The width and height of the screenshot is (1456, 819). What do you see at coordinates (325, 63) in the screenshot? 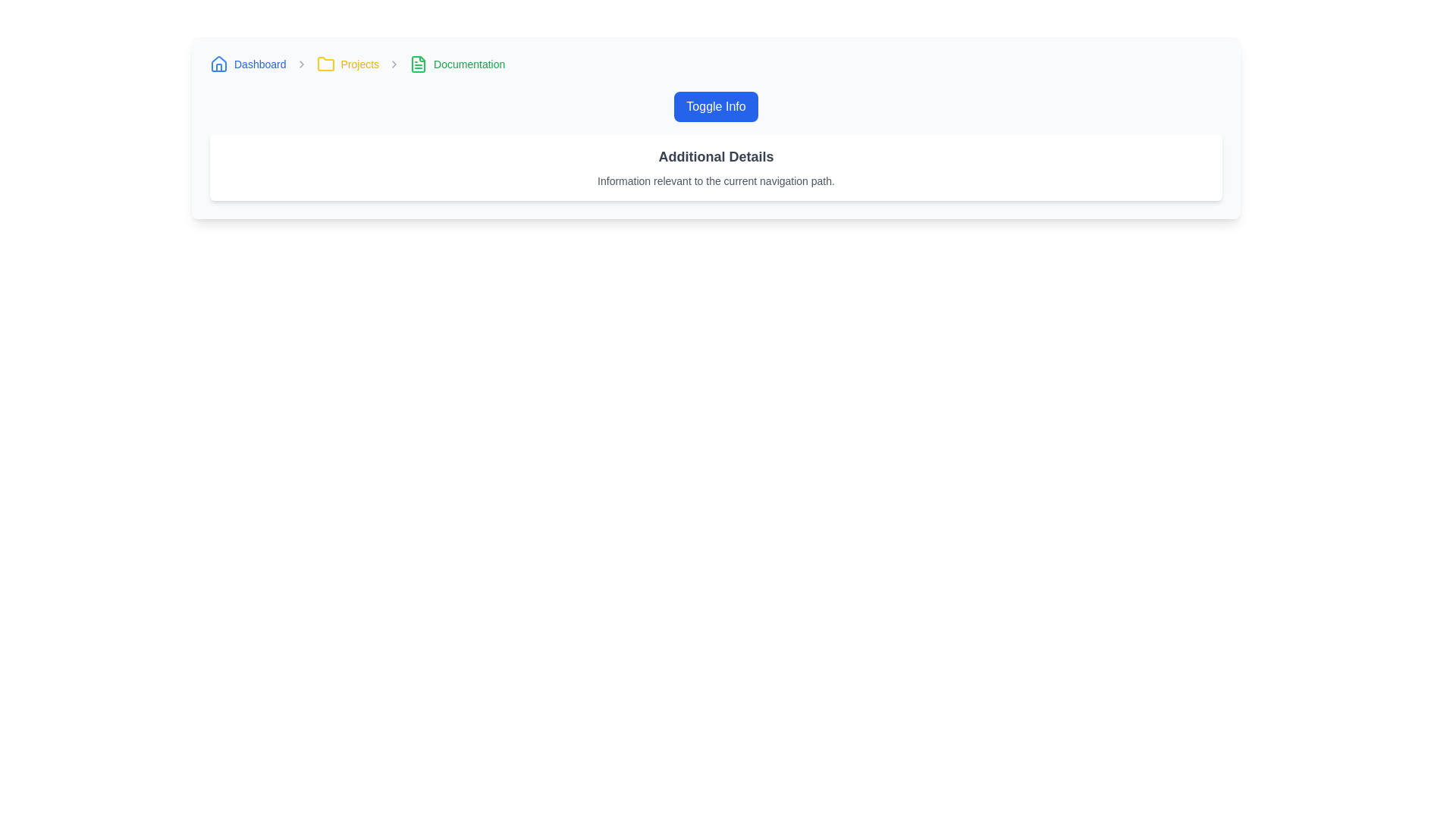
I see `the yellow folder icon in the breadcrumb navigation bar` at bounding box center [325, 63].